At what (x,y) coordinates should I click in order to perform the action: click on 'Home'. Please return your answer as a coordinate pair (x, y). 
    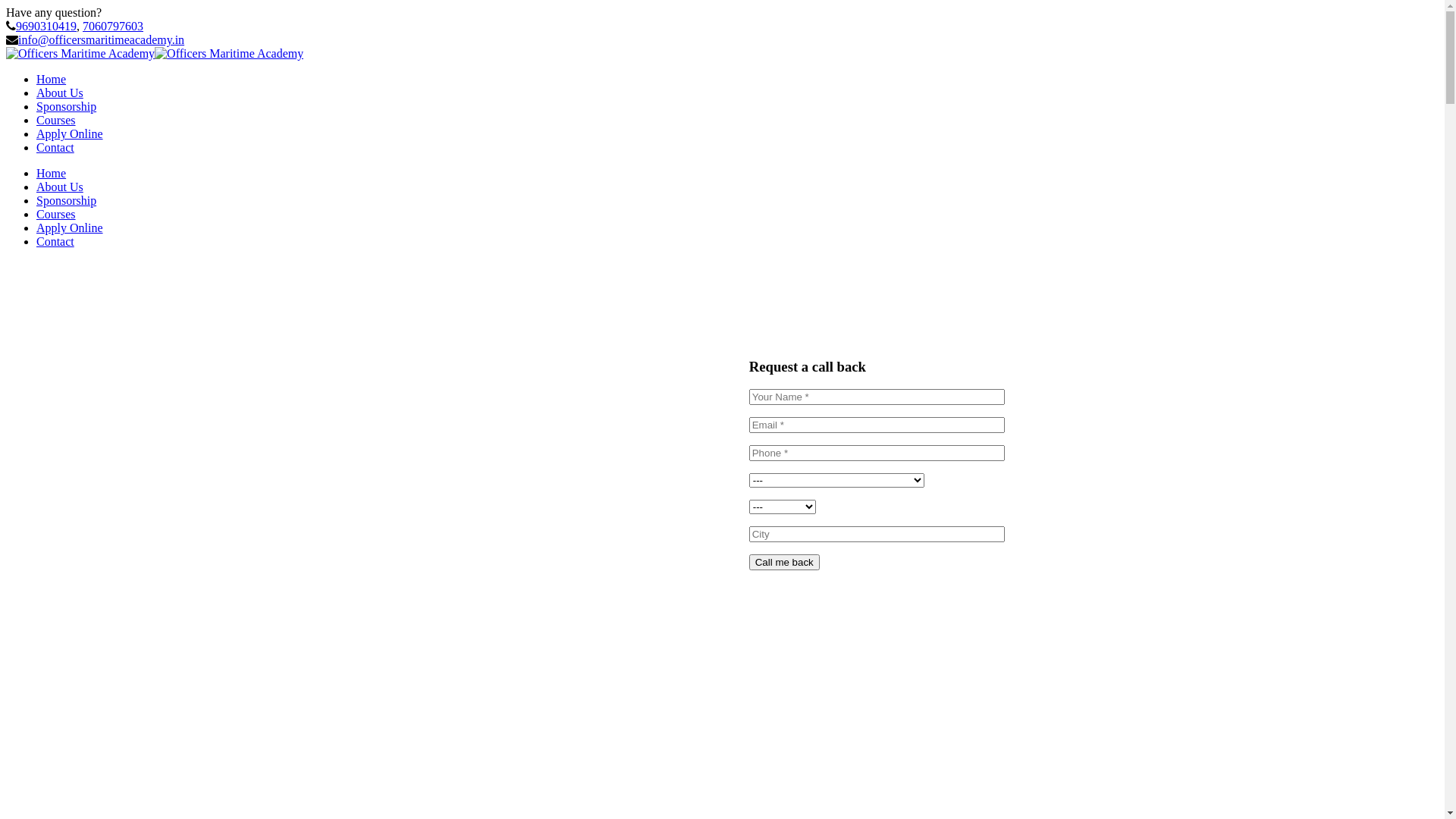
    Looking at the image, I should click on (51, 172).